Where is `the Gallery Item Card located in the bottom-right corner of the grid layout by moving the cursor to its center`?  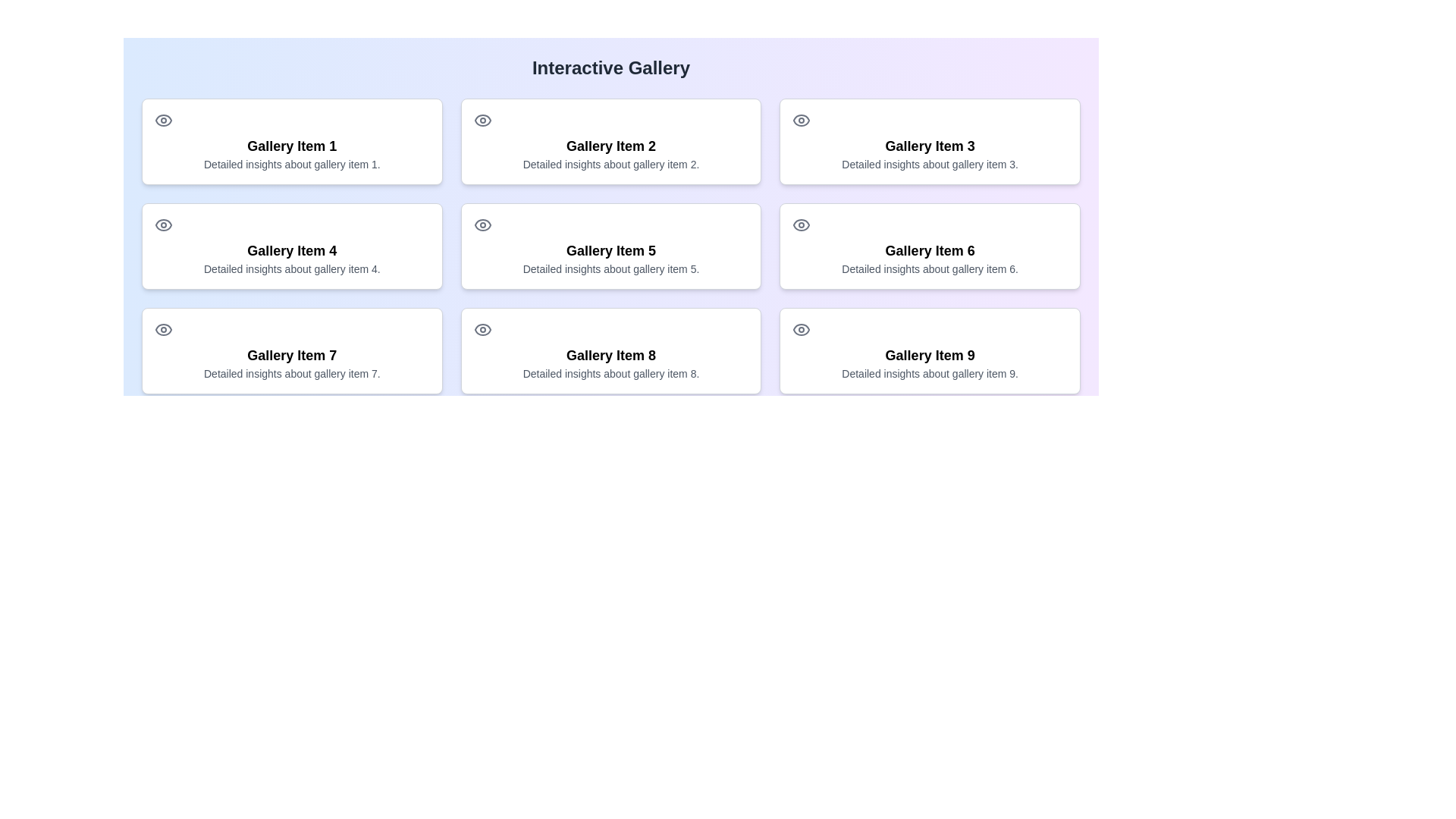 the Gallery Item Card located in the bottom-right corner of the grid layout by moving the cursor to its center is located at coordinates (929, 350).